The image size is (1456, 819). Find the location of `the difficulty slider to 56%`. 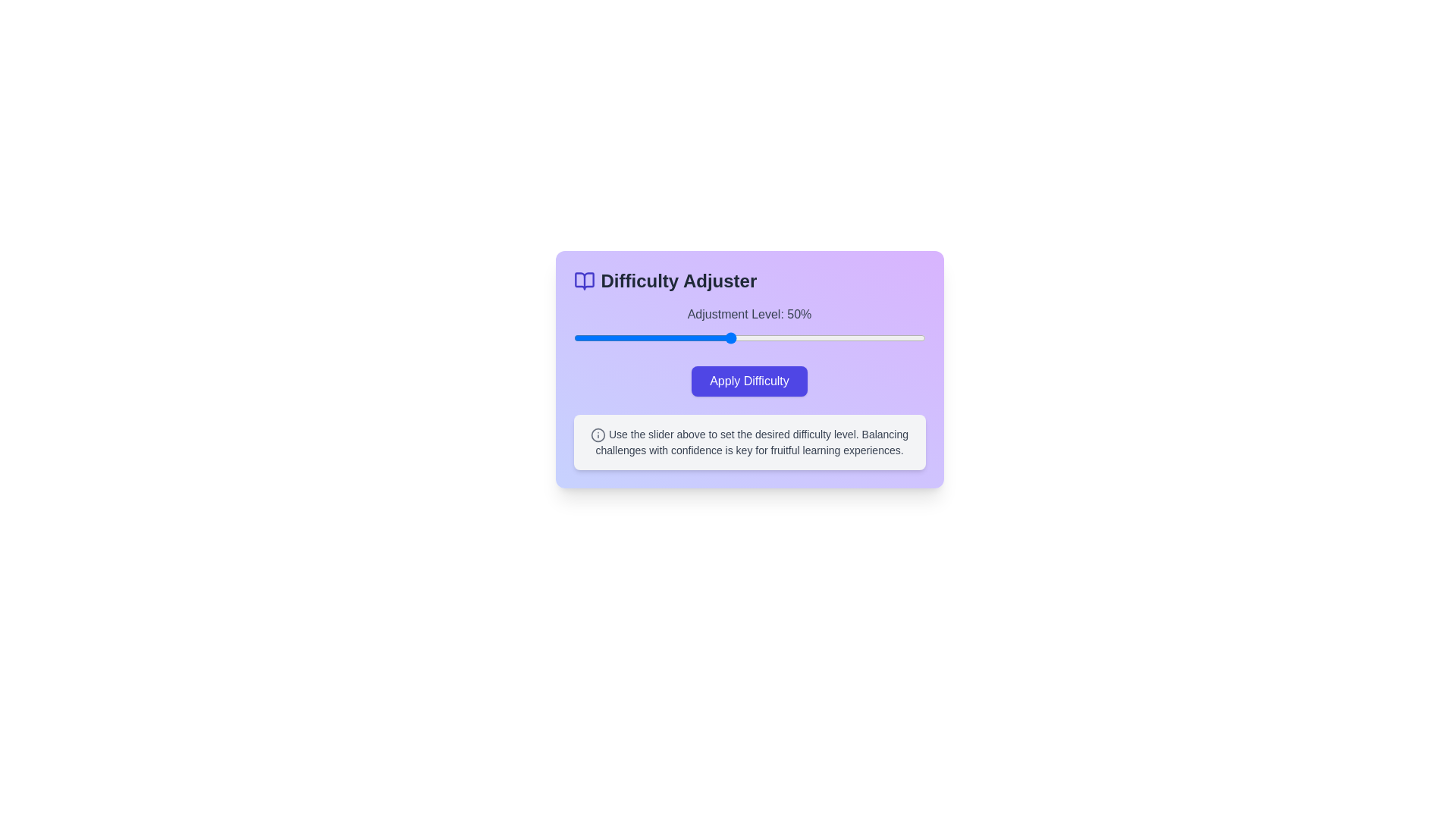

the difficulty slider to 56% is located at coordinates (753, 337).